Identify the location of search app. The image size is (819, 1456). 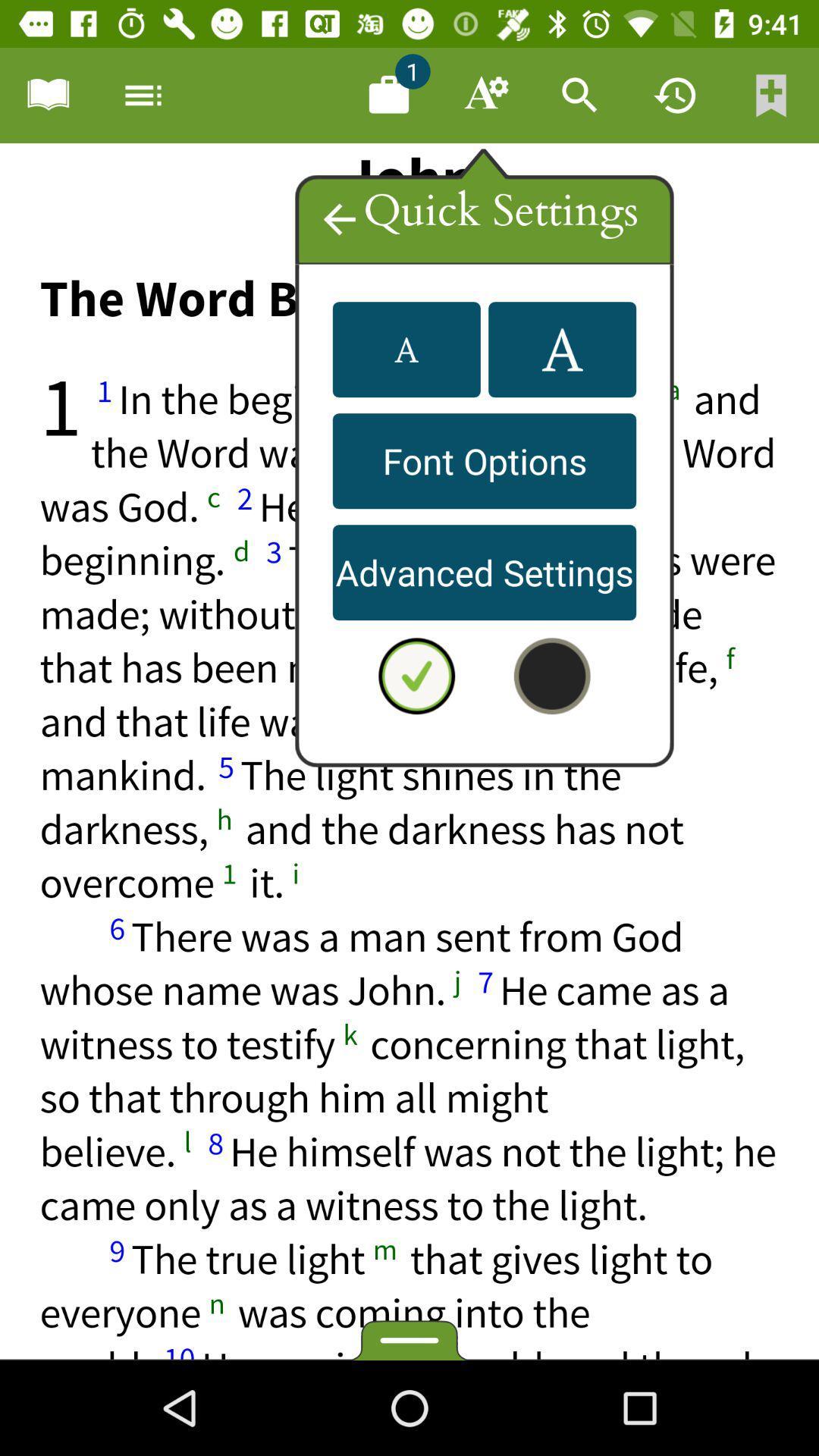
(579, 94).